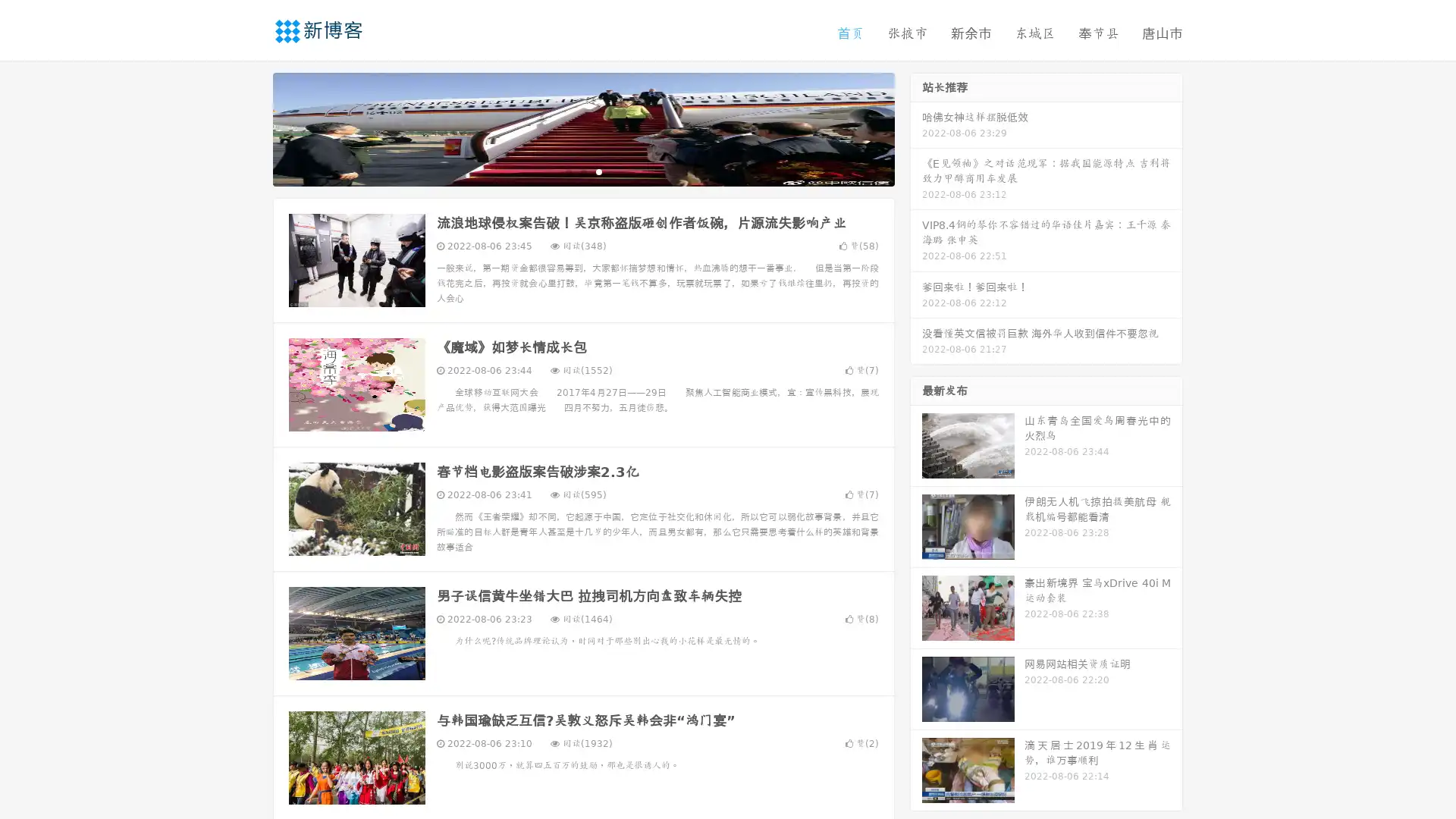 The width and height of the screenshot is (1456, 819). Describe the element at coordinates (916, 127) in the screenshot. I see `Next slide` at that location.